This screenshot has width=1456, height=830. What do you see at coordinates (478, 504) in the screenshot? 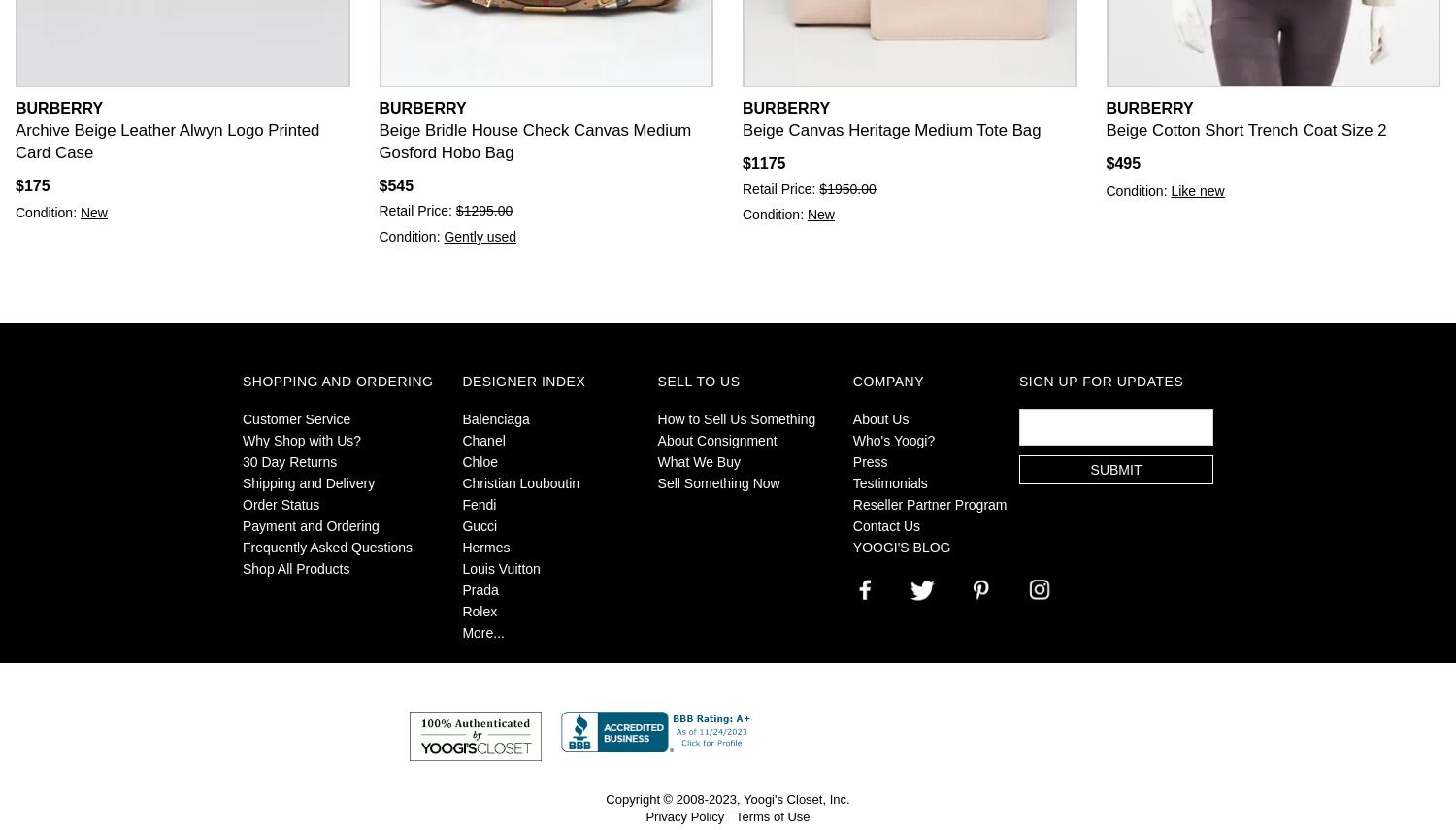
I see `'Fendi'` at bounding box center [478, 504].